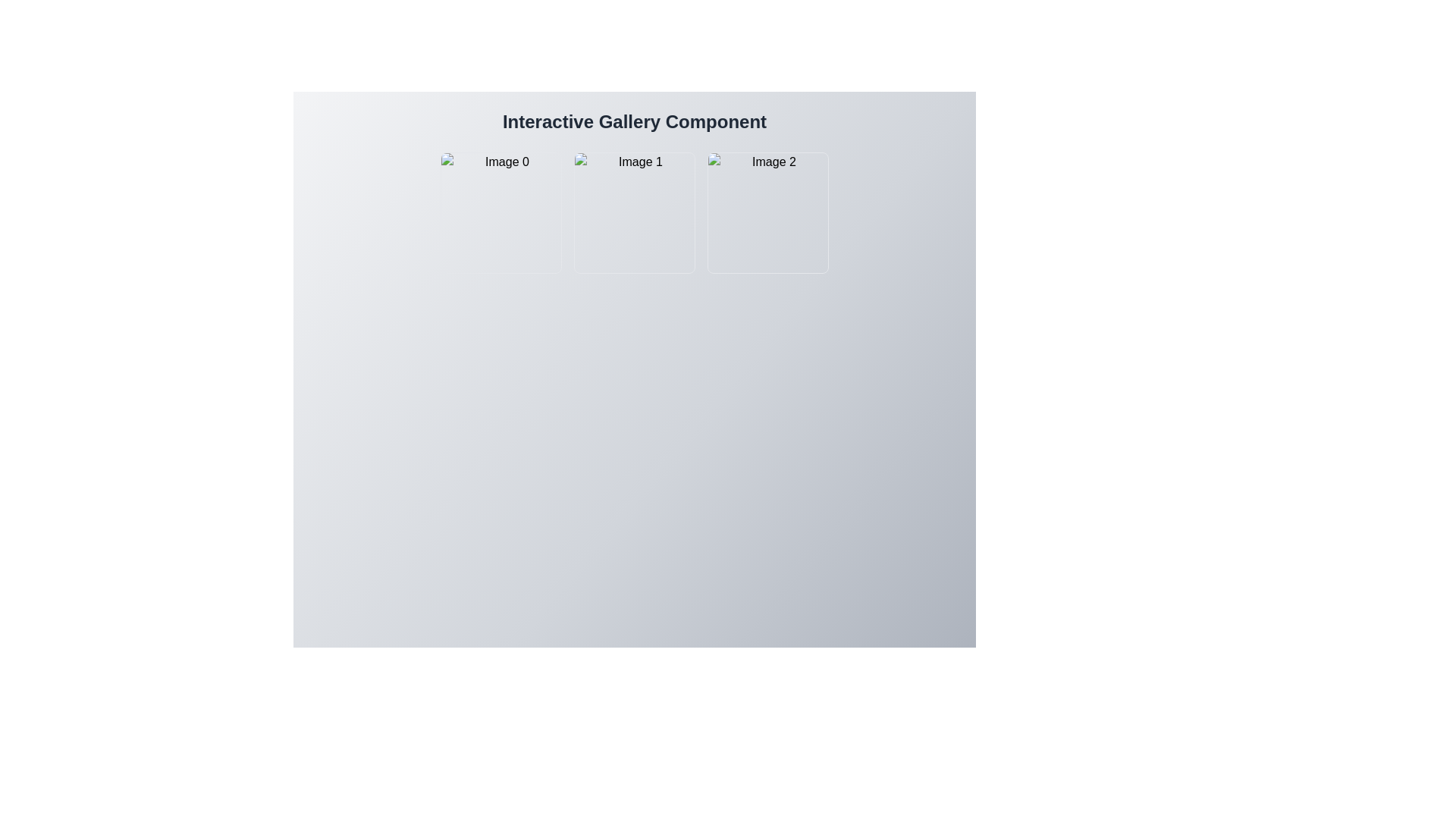  What do you see at coordinates (767, 213) in the screenshot?
I see `the Image tile styled with an image placeholder and titled 'Image 3', which is the third tile in the grid layout` at bounding box center [767, 213].